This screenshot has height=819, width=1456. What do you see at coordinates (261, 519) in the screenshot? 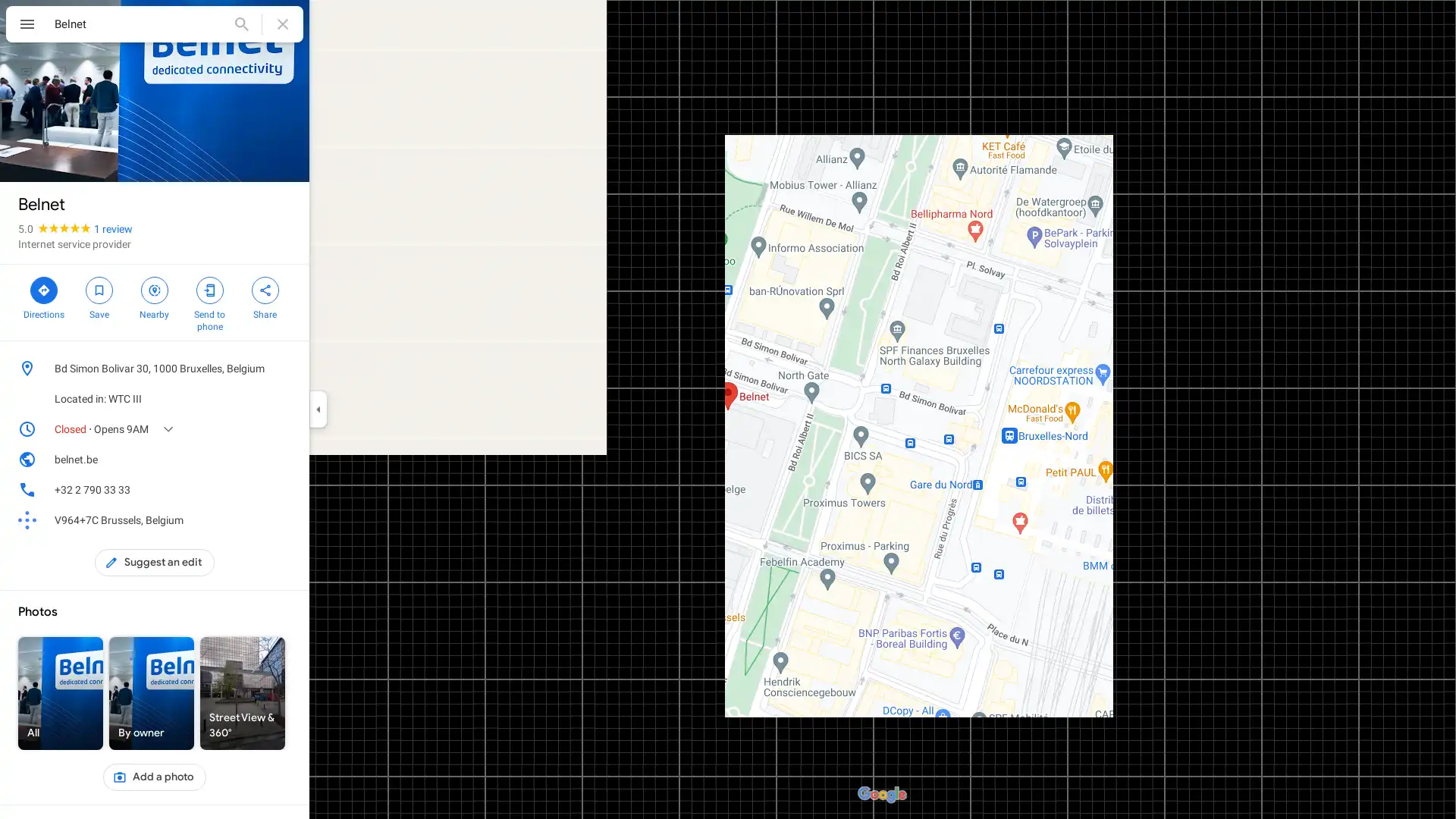
I see `Copy plus code` at bounding box center [261, 519].